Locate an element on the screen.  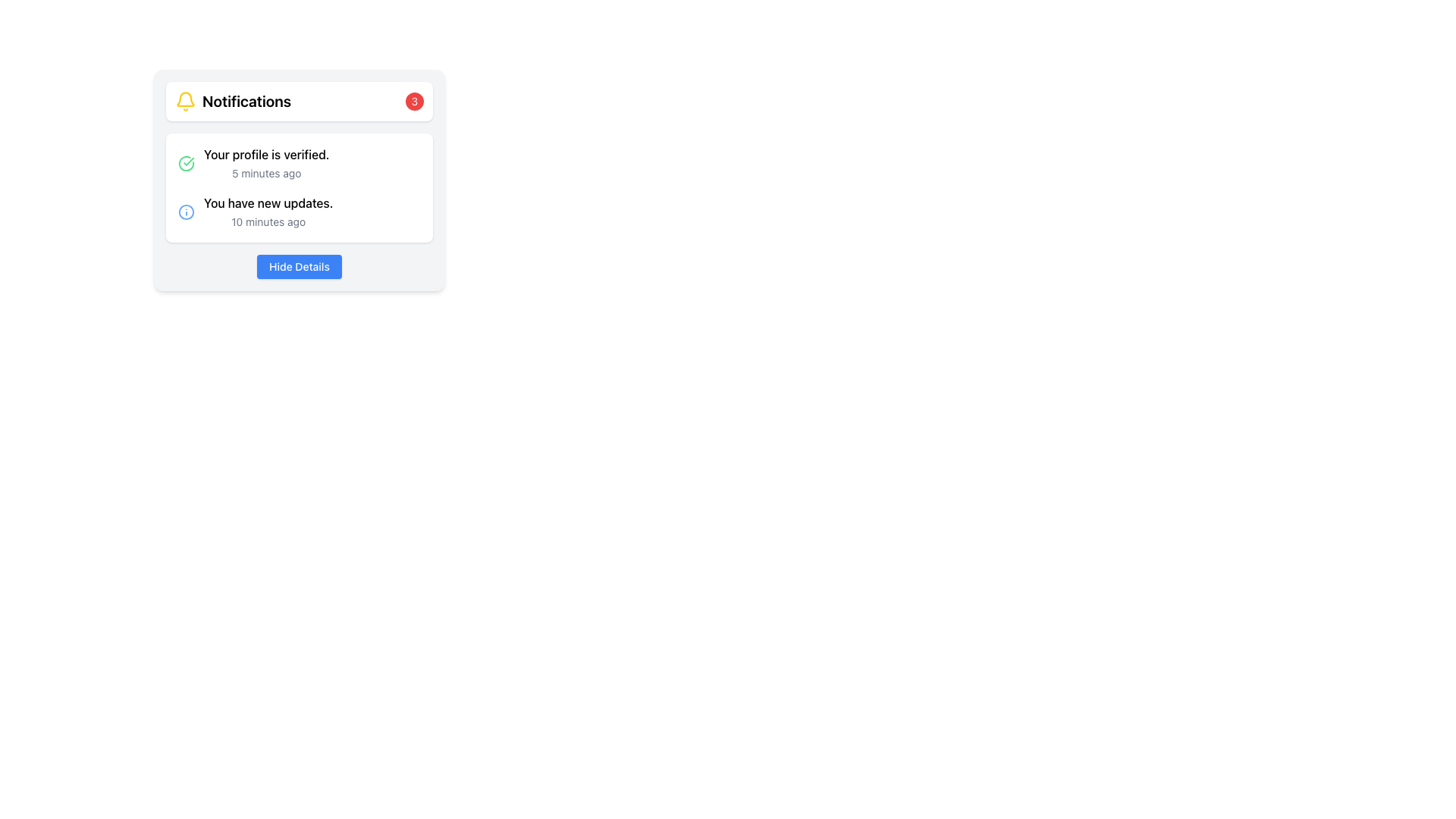
the bell icon representing notifications, located to the left of the title text 'Notifications' is located at coordinates (184, 102).